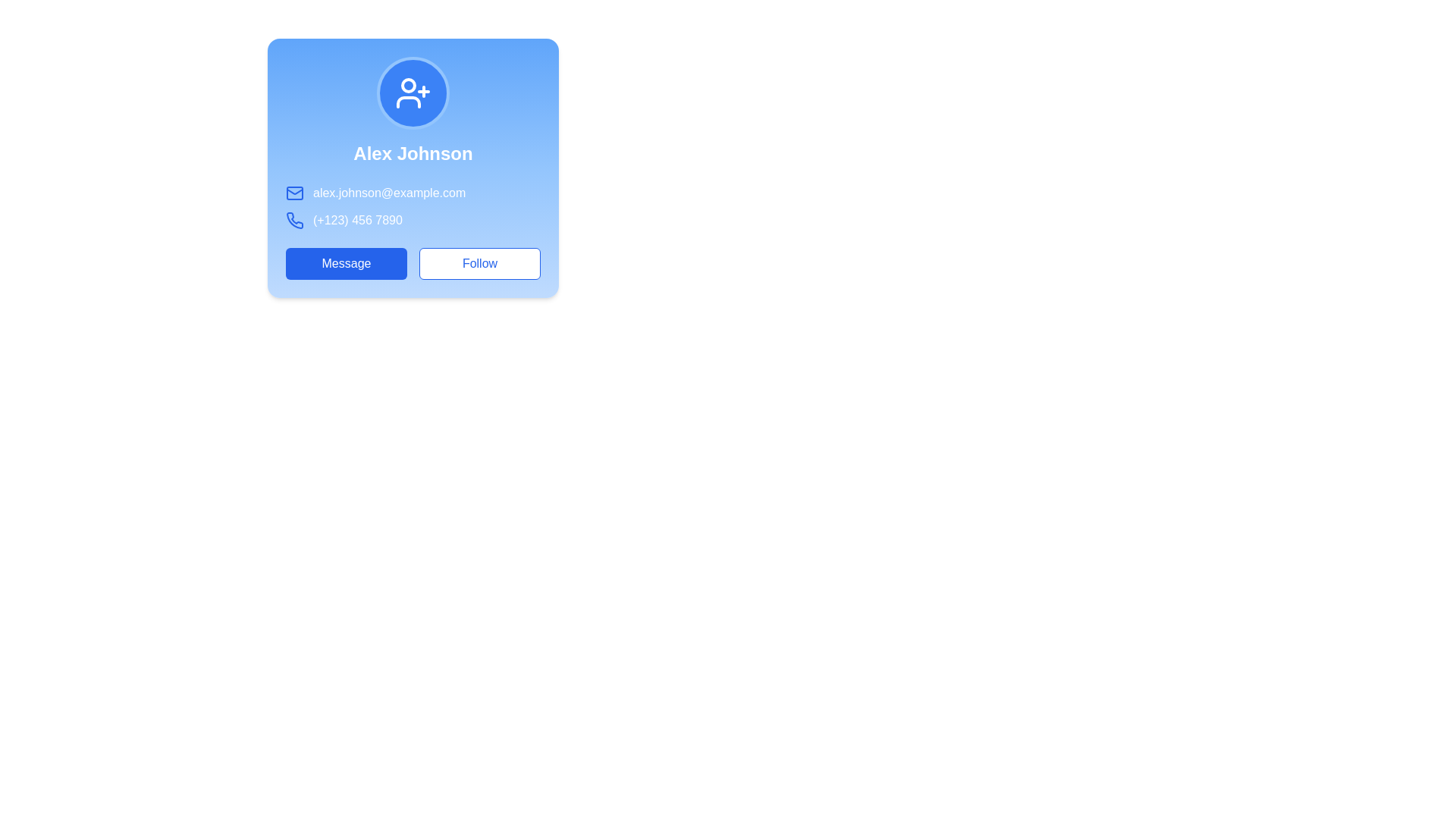 Image resolution: width=1456 pixels, height=819 pixels. What do you see at coordinates (294, 220) in the screenshot?
I see `the bright blue phone icon located to the left of the phone number '(+123) 456 7890' in the contact details section` at bounding box center [294, 220].